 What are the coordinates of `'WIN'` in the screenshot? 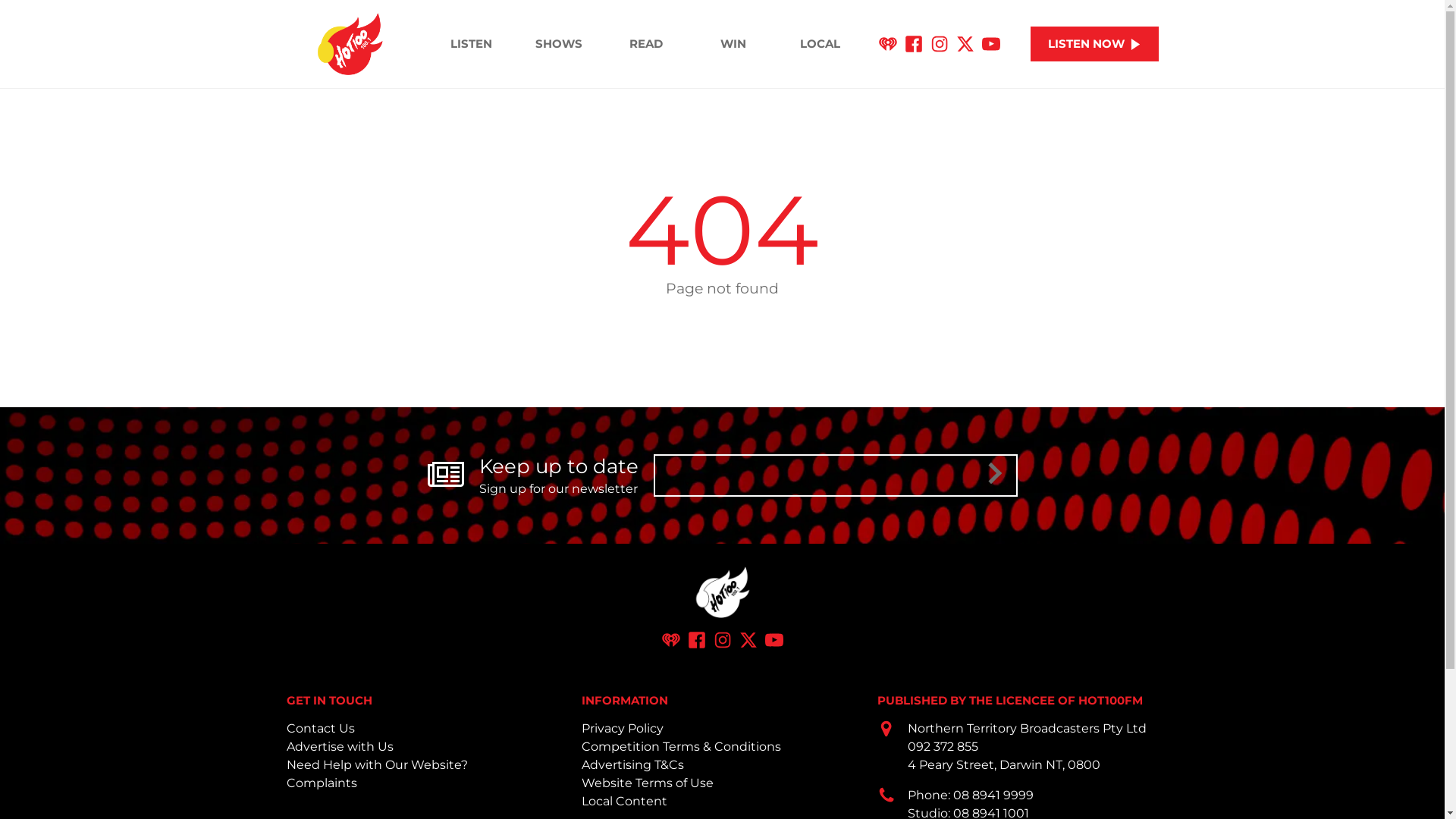 It's located at (733, 42).